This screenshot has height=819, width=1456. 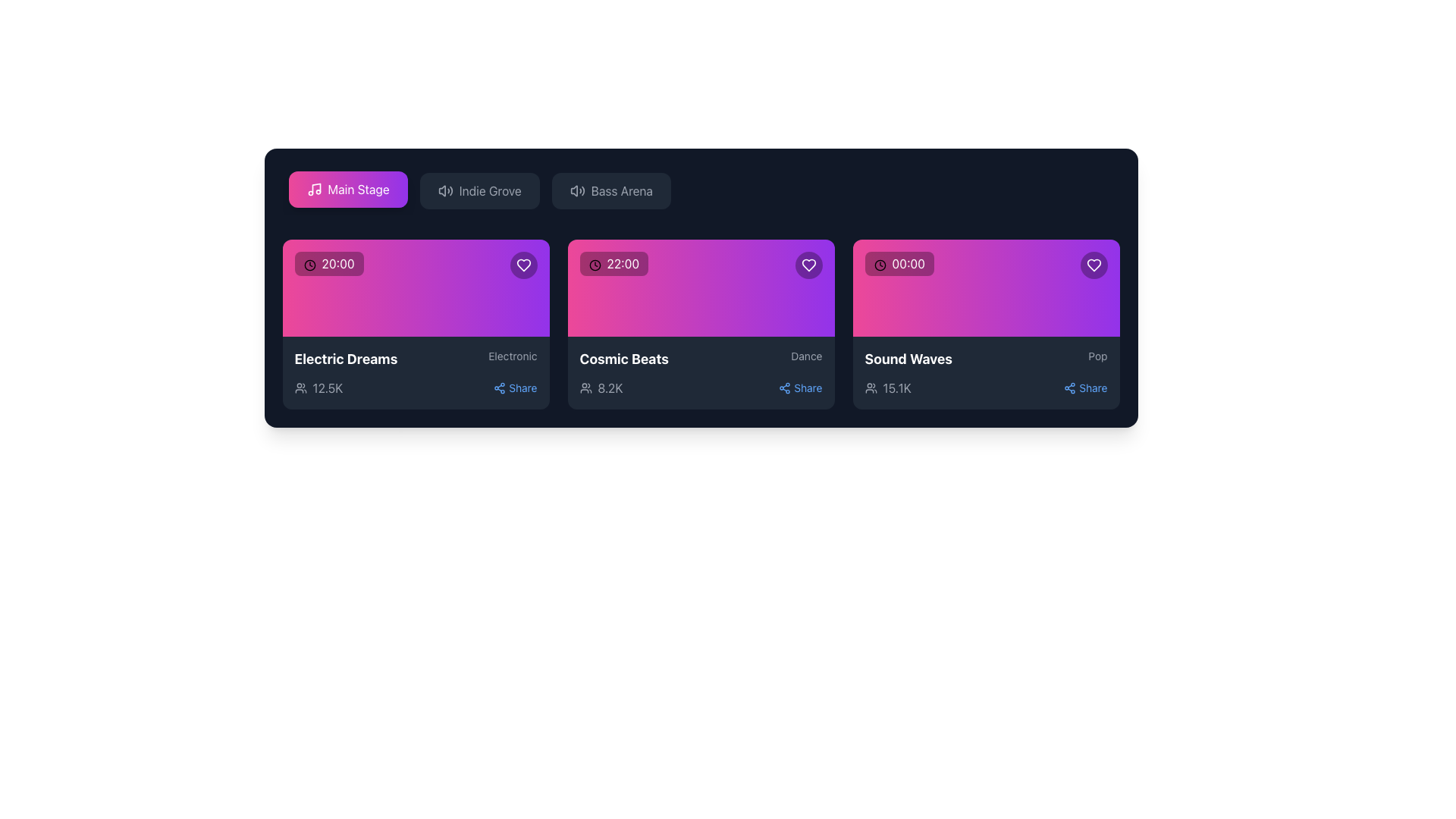 I want to click on the 'Bass Arena' button, a rectangular button with a dark background and light text, so click(x=611, y=190).